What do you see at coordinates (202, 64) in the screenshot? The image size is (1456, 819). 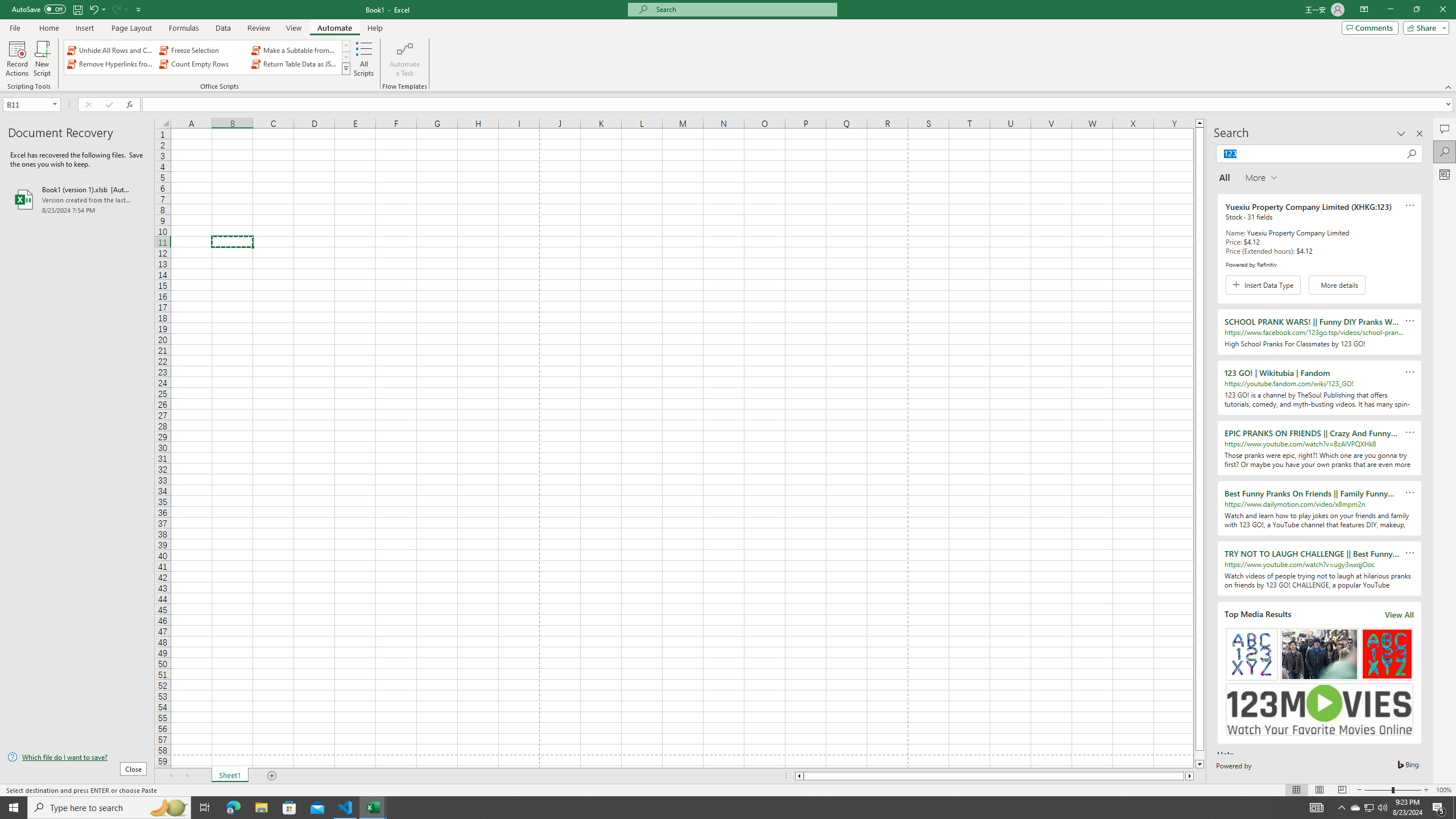 I see `'Count Empty Rows'` at bounding box center [202, 64].